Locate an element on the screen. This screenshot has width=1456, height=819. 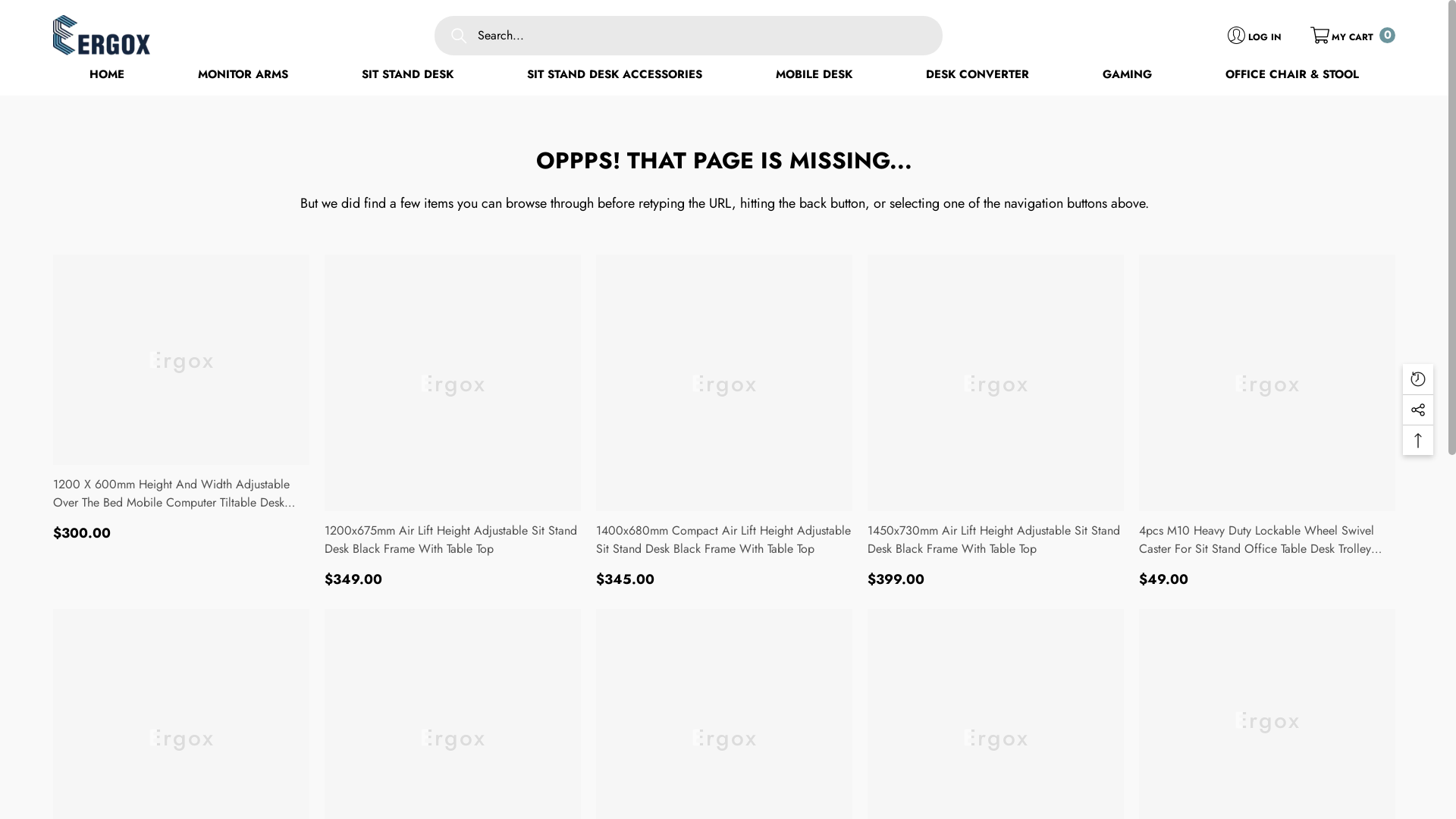
'SIT STAND DESK' is located at coordinates (407, 75).